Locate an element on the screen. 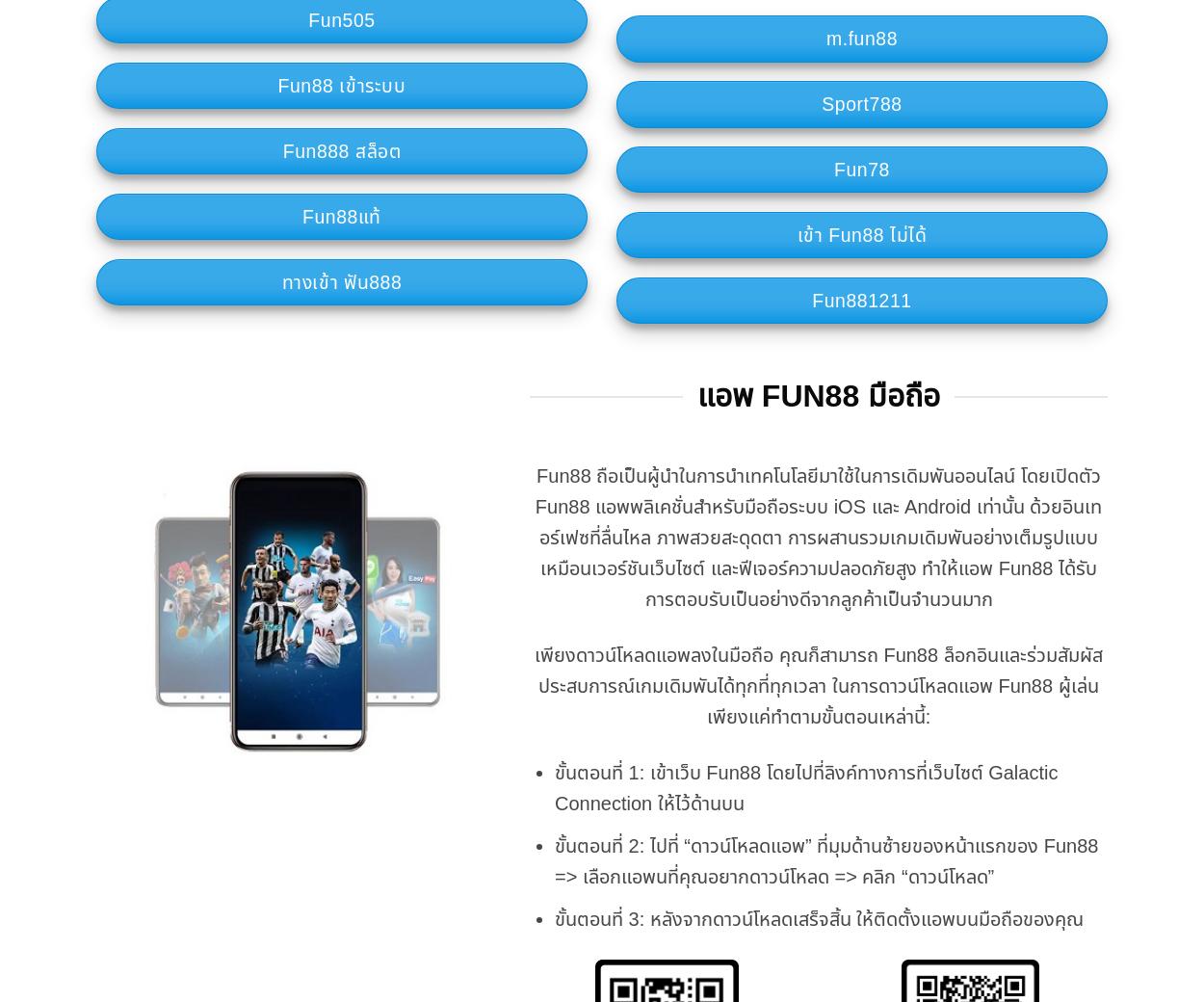 This screenshot has height=1002, width=1204. 'แอพ Fun88 มือถือ' is located at coordinates (817, 394).